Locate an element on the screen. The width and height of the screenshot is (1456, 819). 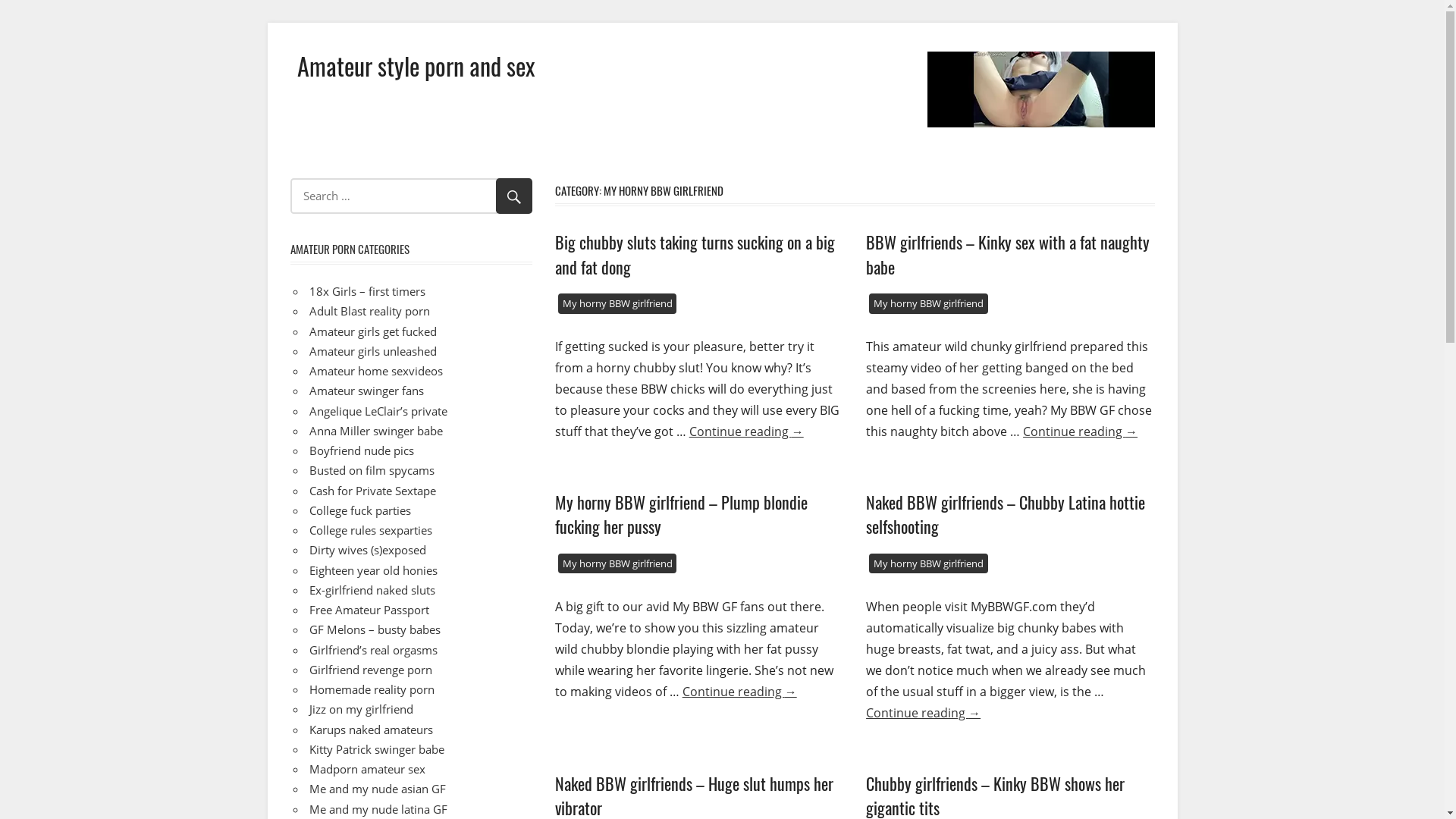
'Amateur home sexvideos' is located at coordinates (375, 371).